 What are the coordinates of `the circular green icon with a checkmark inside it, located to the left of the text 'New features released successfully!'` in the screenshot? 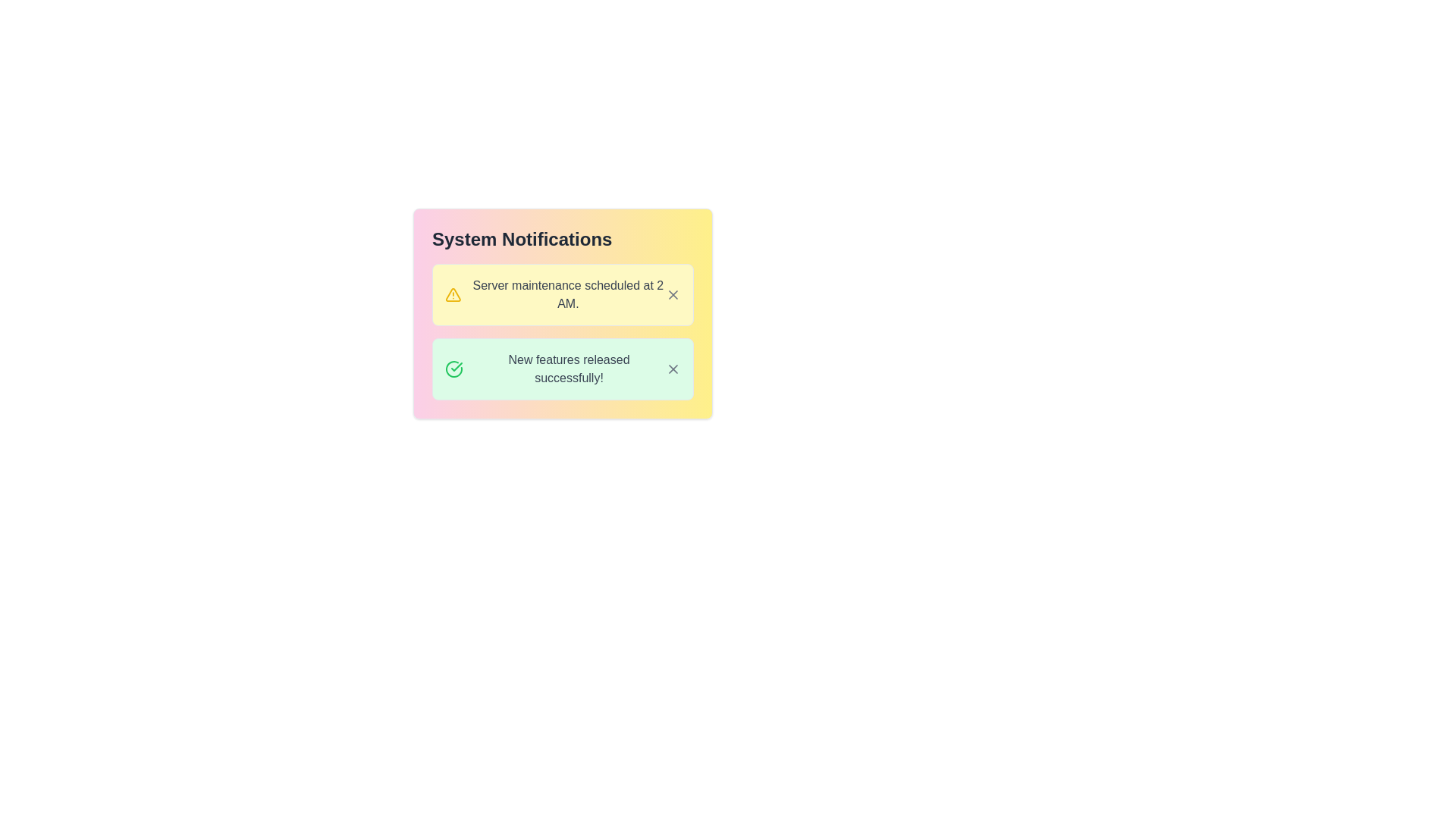 It's located at (453, 369).